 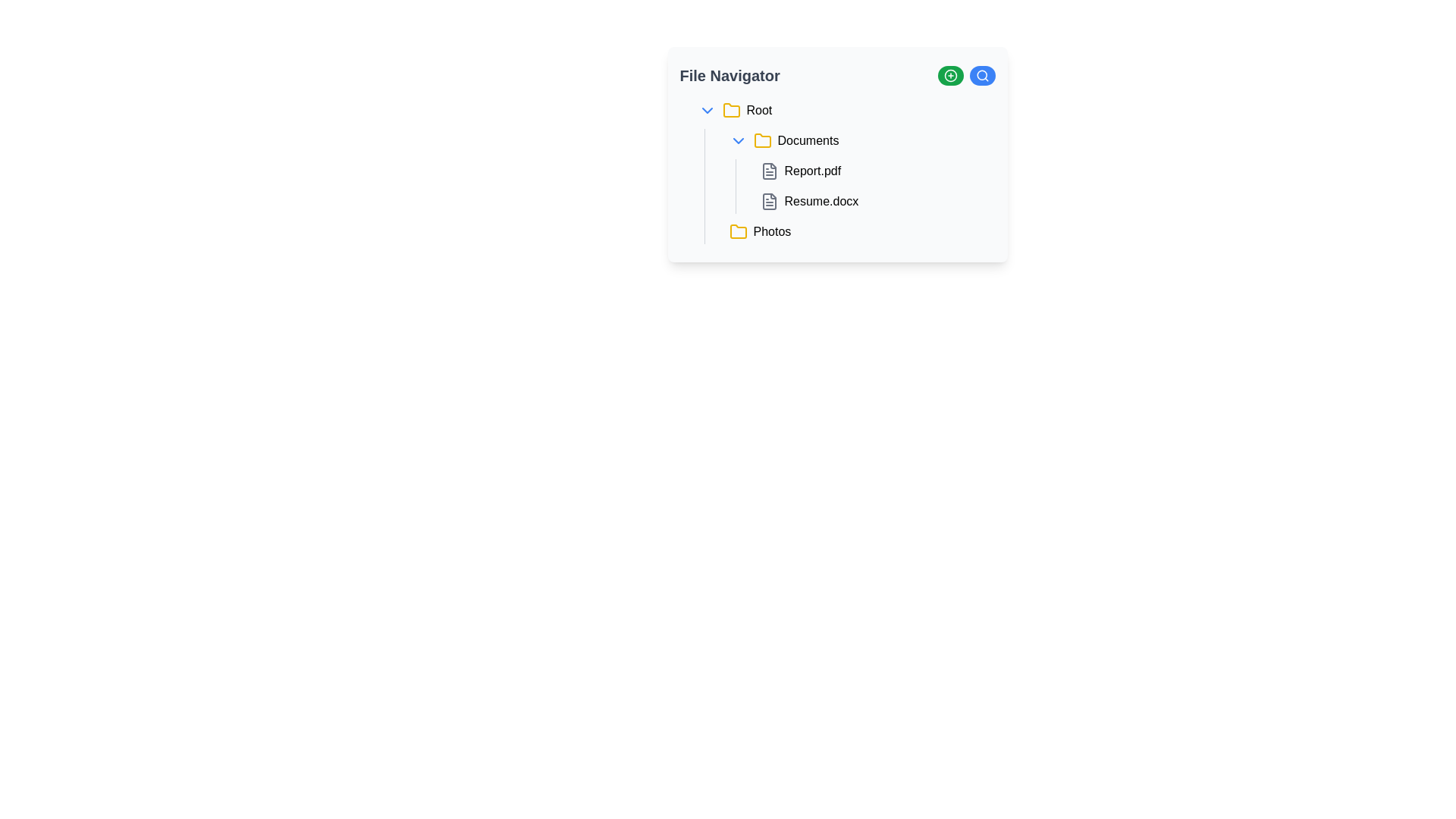 What do you see at coordinates (949, 76) in the screenshot?
I see `the green circular button with a white plus symbol located at the top-right corner of the 'File Navigator' layout` at bounding box center [949, 76].